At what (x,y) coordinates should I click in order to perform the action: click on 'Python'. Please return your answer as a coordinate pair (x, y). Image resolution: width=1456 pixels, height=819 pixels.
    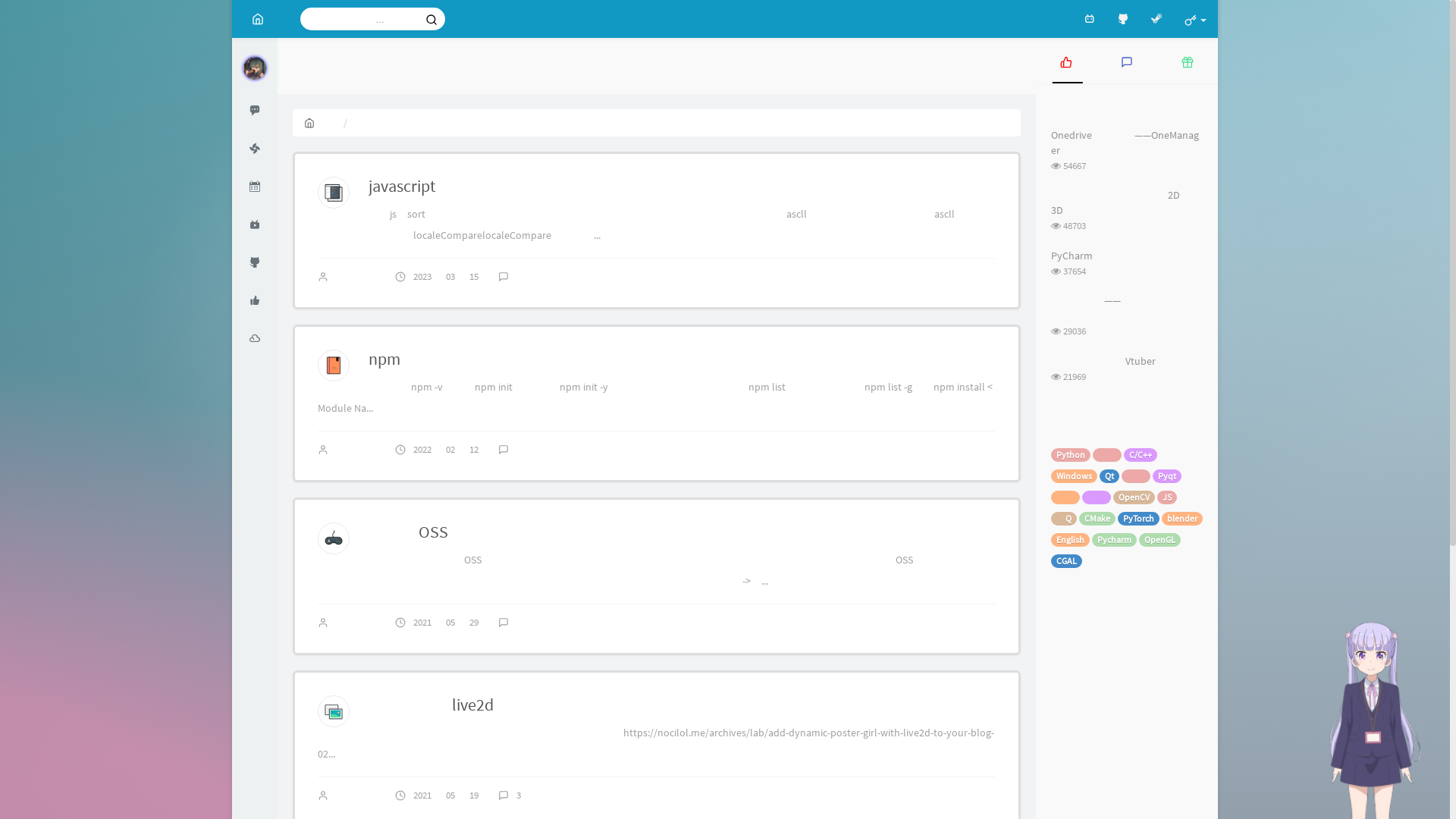
    Looking at the image, I should click on (1069, 454).